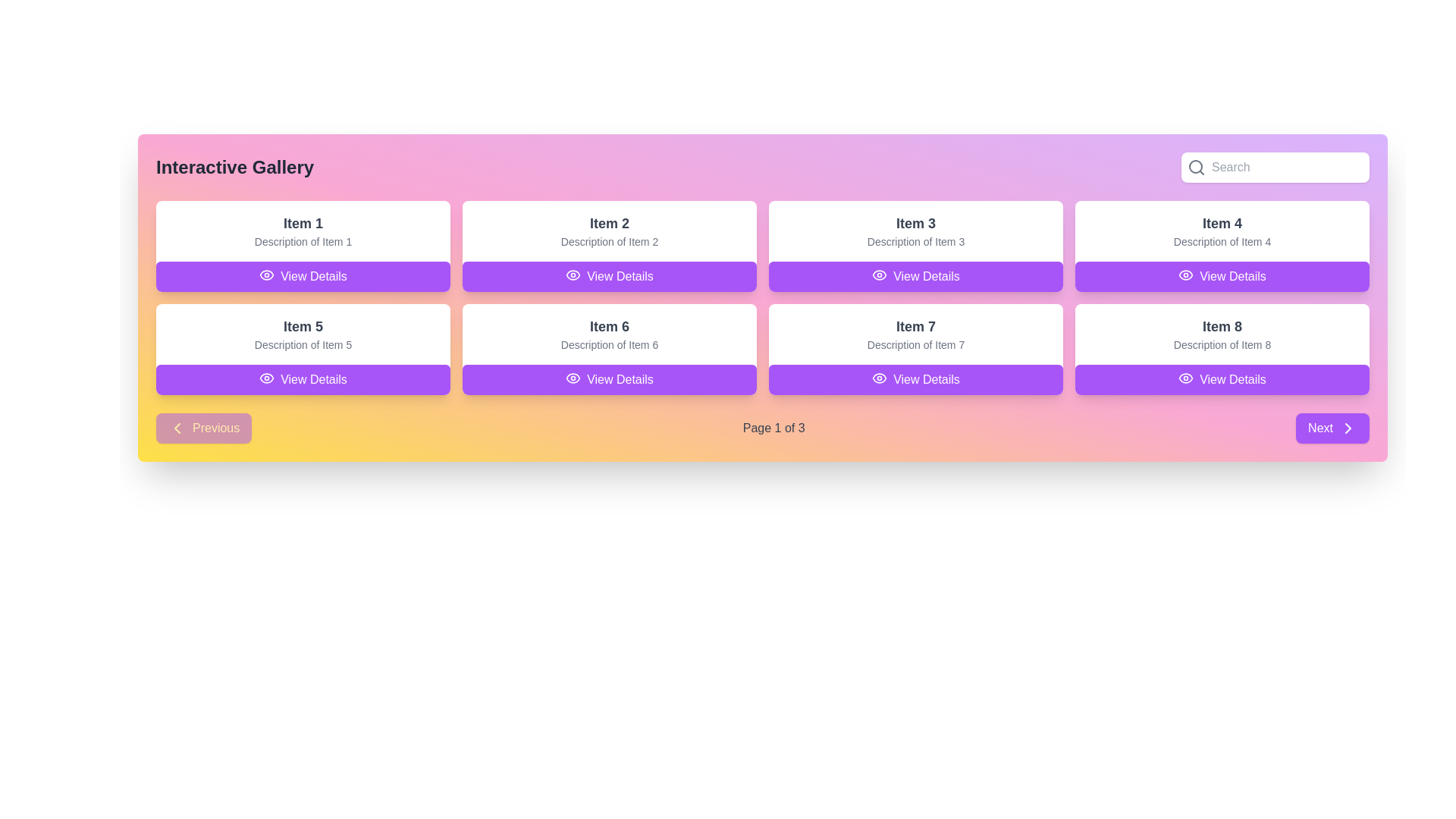  What do you see at coordinates (1195, 166) in the screenshot?
I see `the Circle component of the search icon SVG, which represents the circular outline of the magnifying glass located in the top-right corner of the interface` at bounding box center [1195, 166].